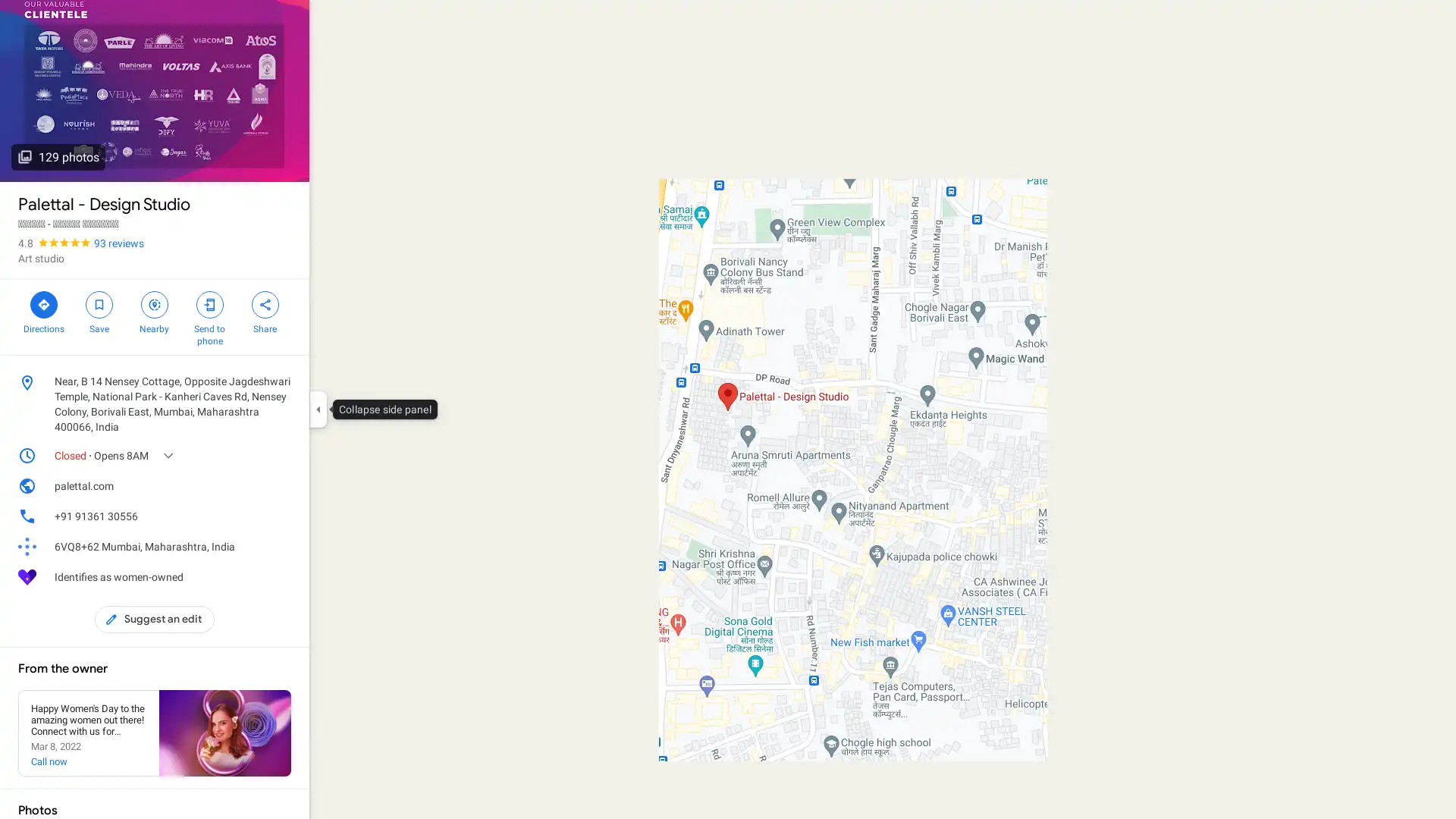 Image resolution: width=1456 pixels, height=819 pixels. I want to click on Call phone number, so click(284, 516).